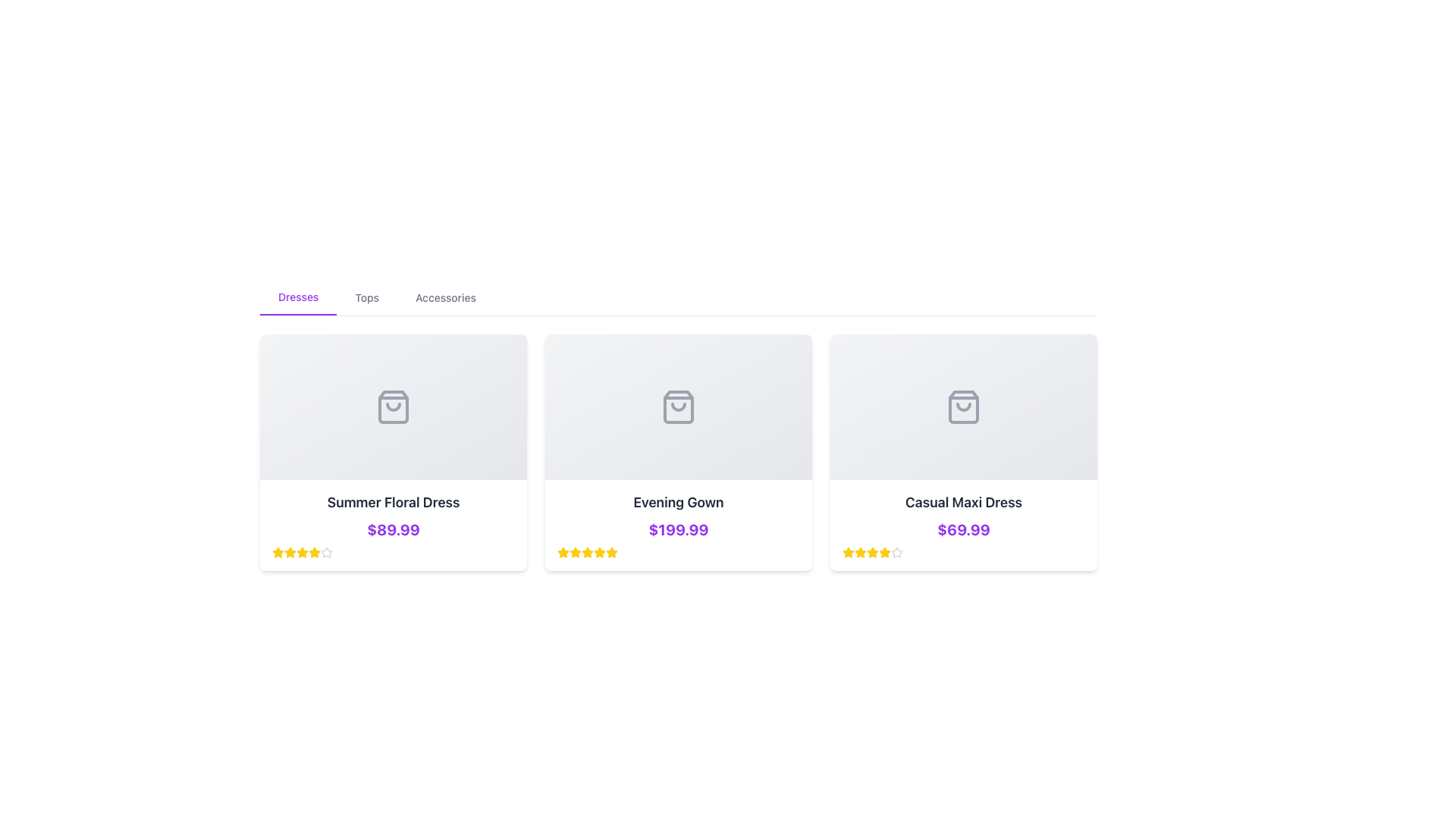 The height and width of the screenshot is (819, 1456). I want to click on the characteristics of the third star icon representing a rating located beneath the 'Casual Maxi Dress' card in the second column of the displayed list, so click(860, 553).